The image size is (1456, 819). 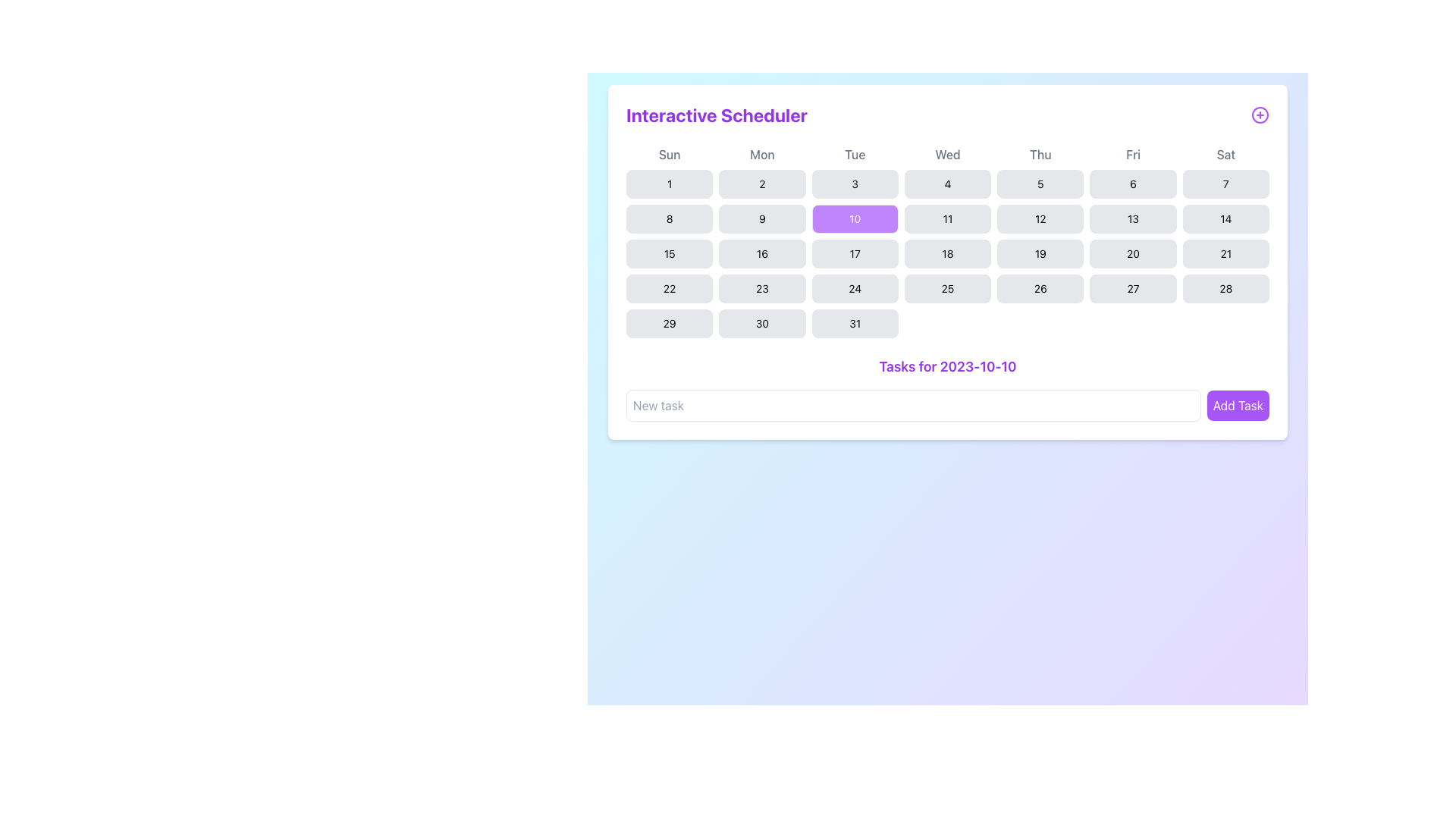 I want to click on text from the text label displaying 'Mon', which is the second item in the header row of days in the calendar view, located centrally near the top between 'Sun' and 'Tue', so click(x=762, y=155).